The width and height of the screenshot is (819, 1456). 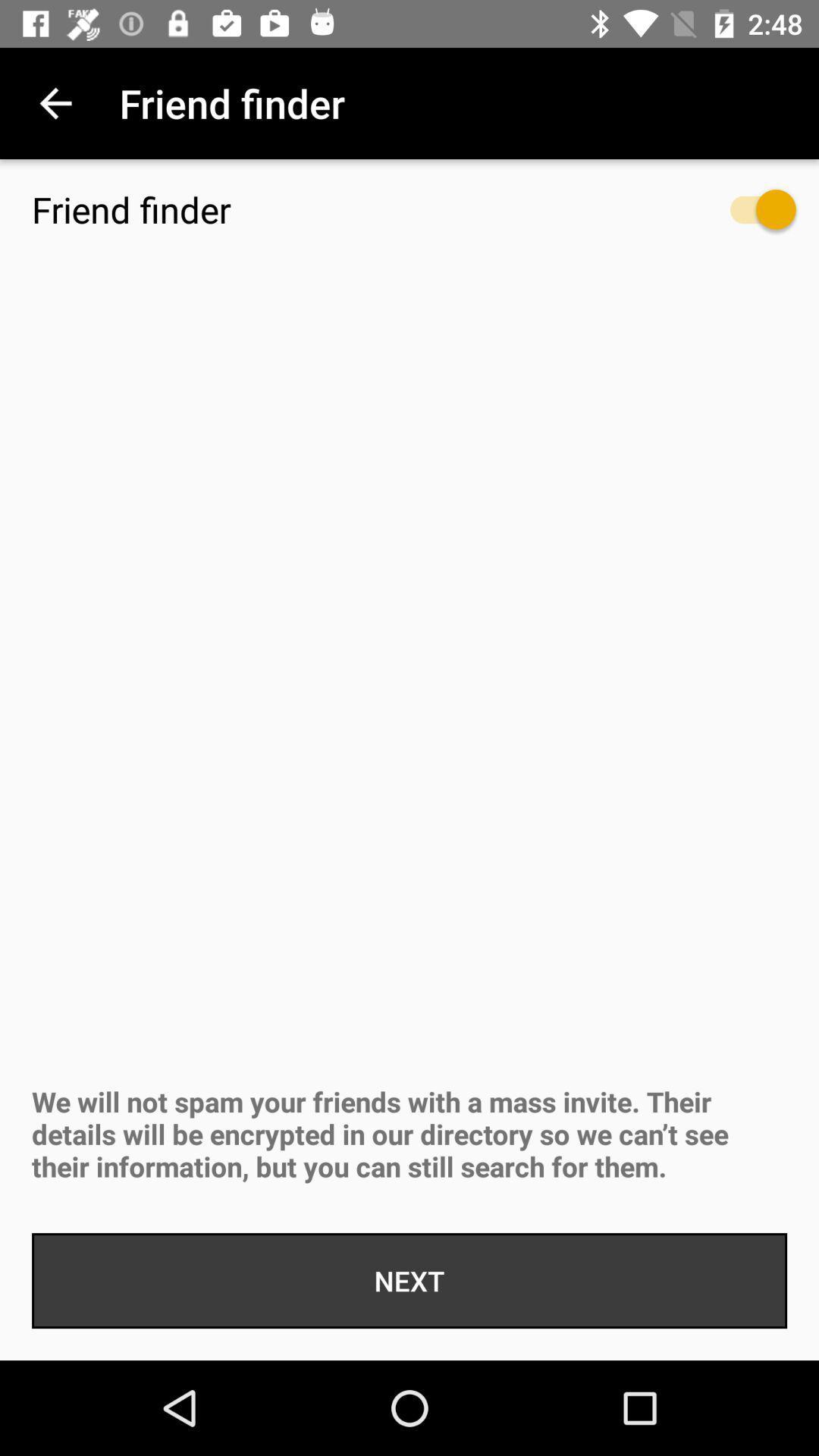 I want to click on item below the enable friend finder item, so click(x=747, y=216).